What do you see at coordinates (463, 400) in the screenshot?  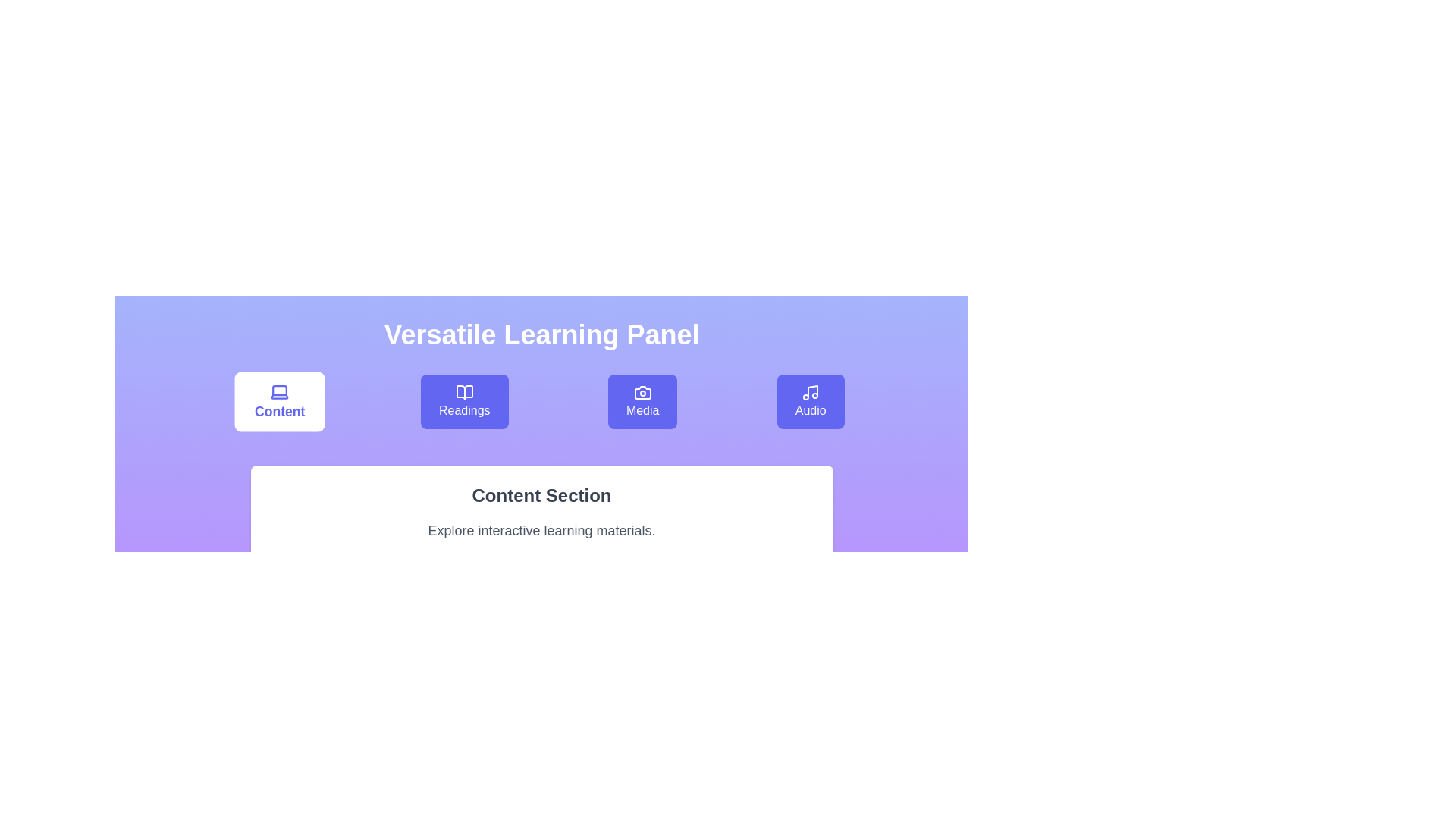 I see `the Readings tab to switch to its section` at bounding box center [463, 400].